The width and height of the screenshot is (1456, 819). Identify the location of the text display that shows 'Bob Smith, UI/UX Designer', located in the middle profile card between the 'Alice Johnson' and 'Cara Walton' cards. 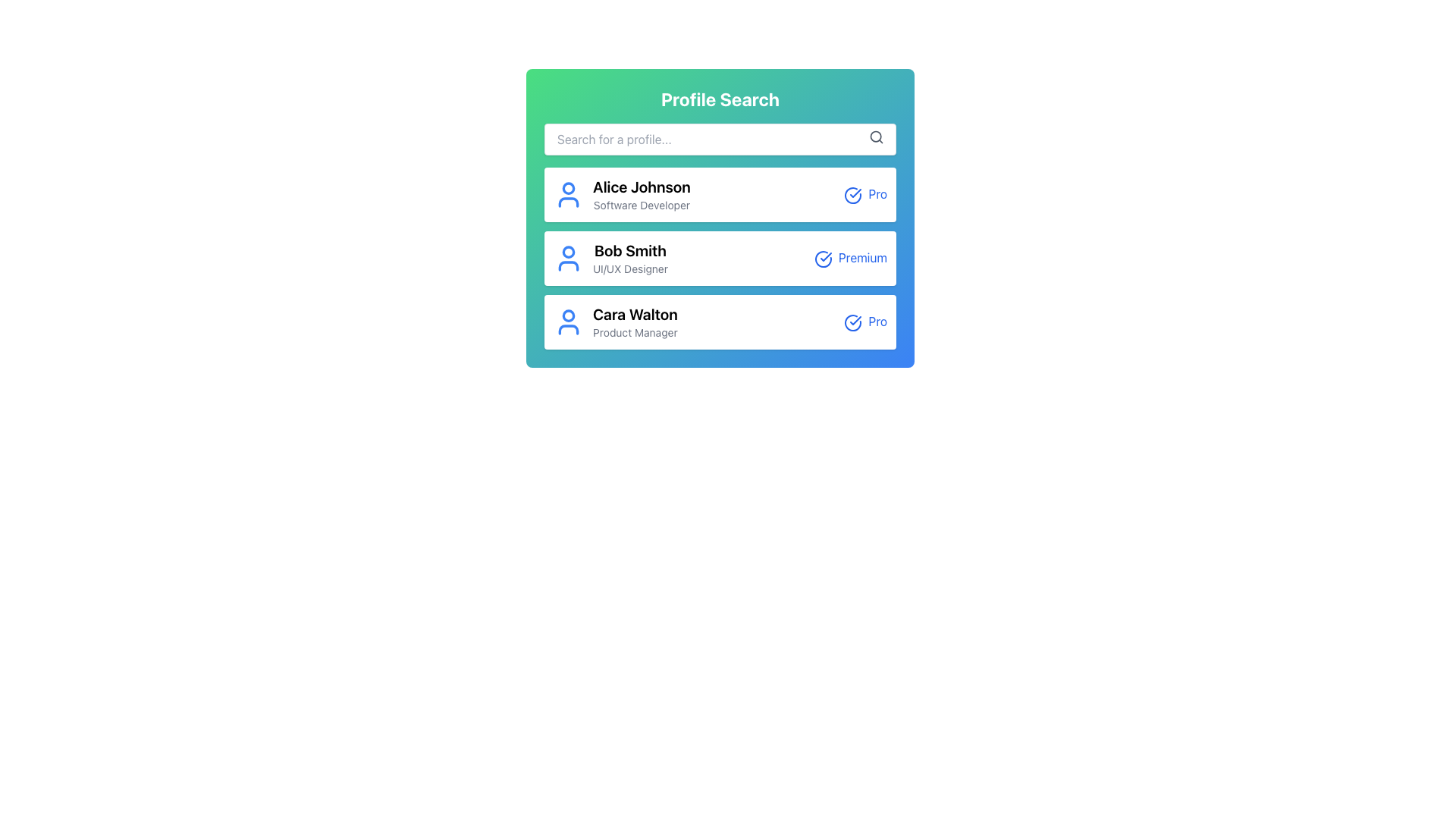
(630, 257).